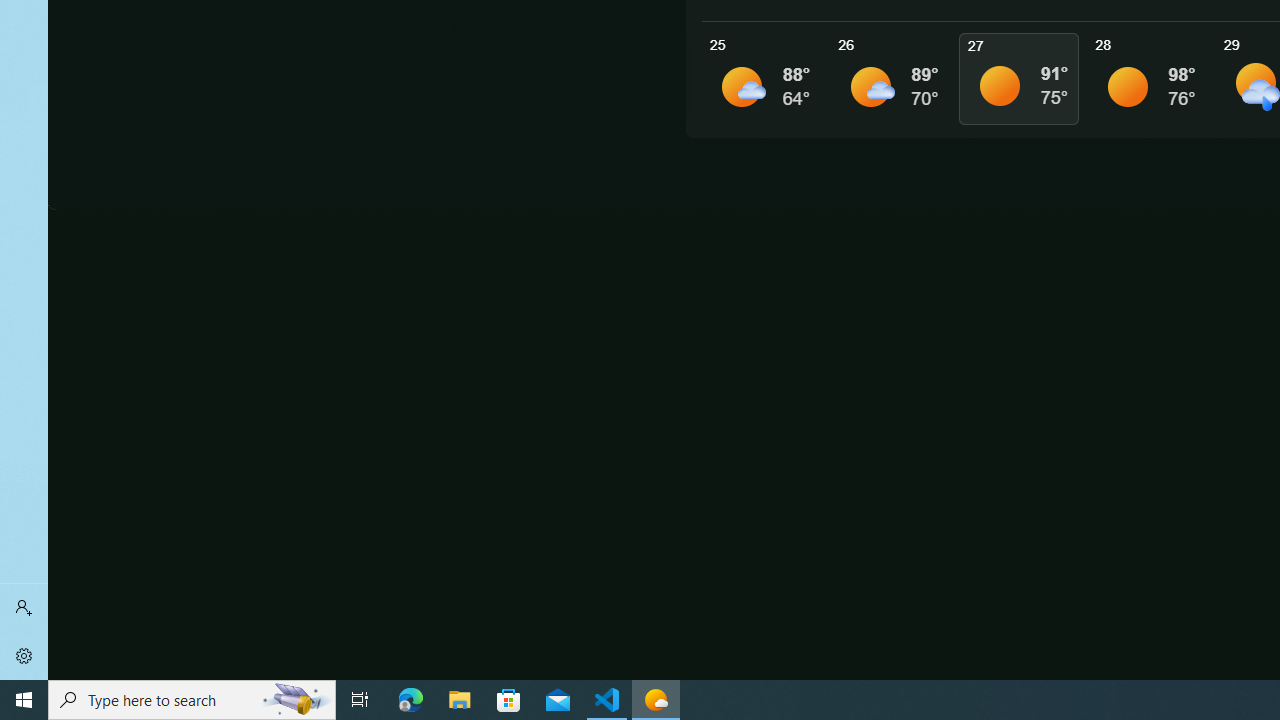  What do you see at coordinates (656, 698) in the screenshot?
I see `'Weather - 1 running window'` at bounding box center [656, 698].